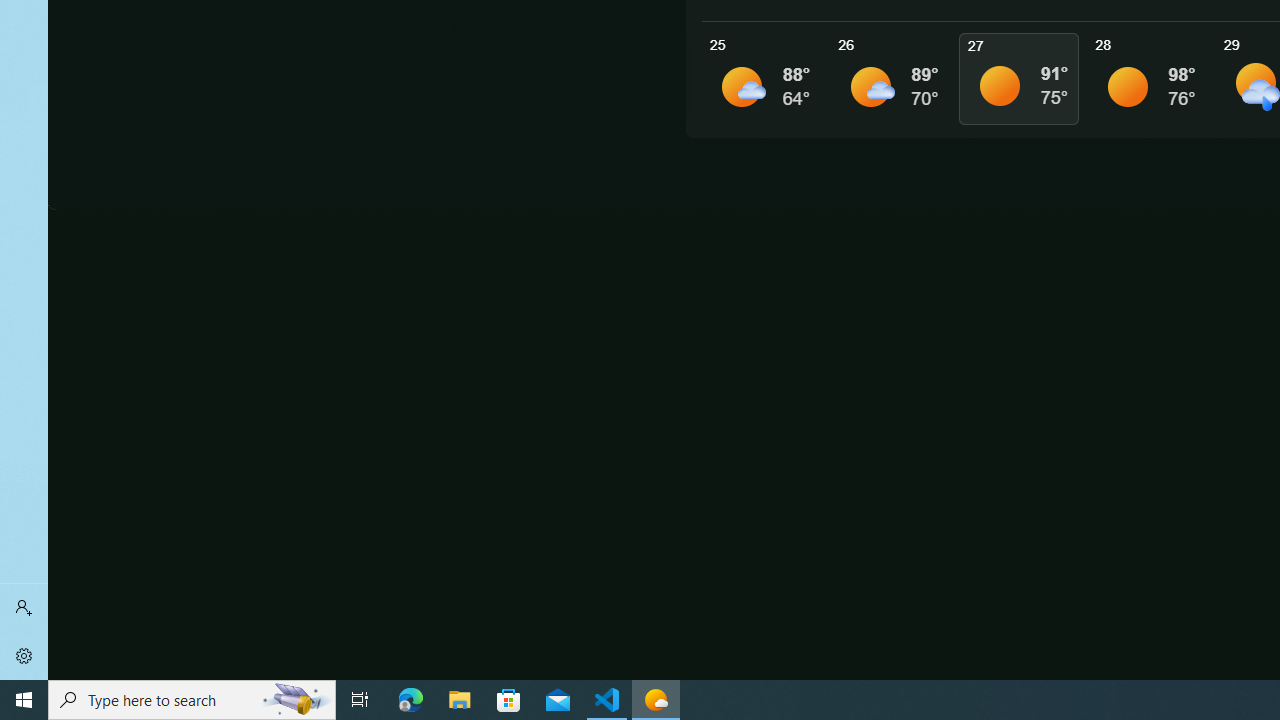  What do you see at coordinates (656, 698) in the screenshot?
I see `'Weather - 1 running window'` at bounding box center [656, 698].